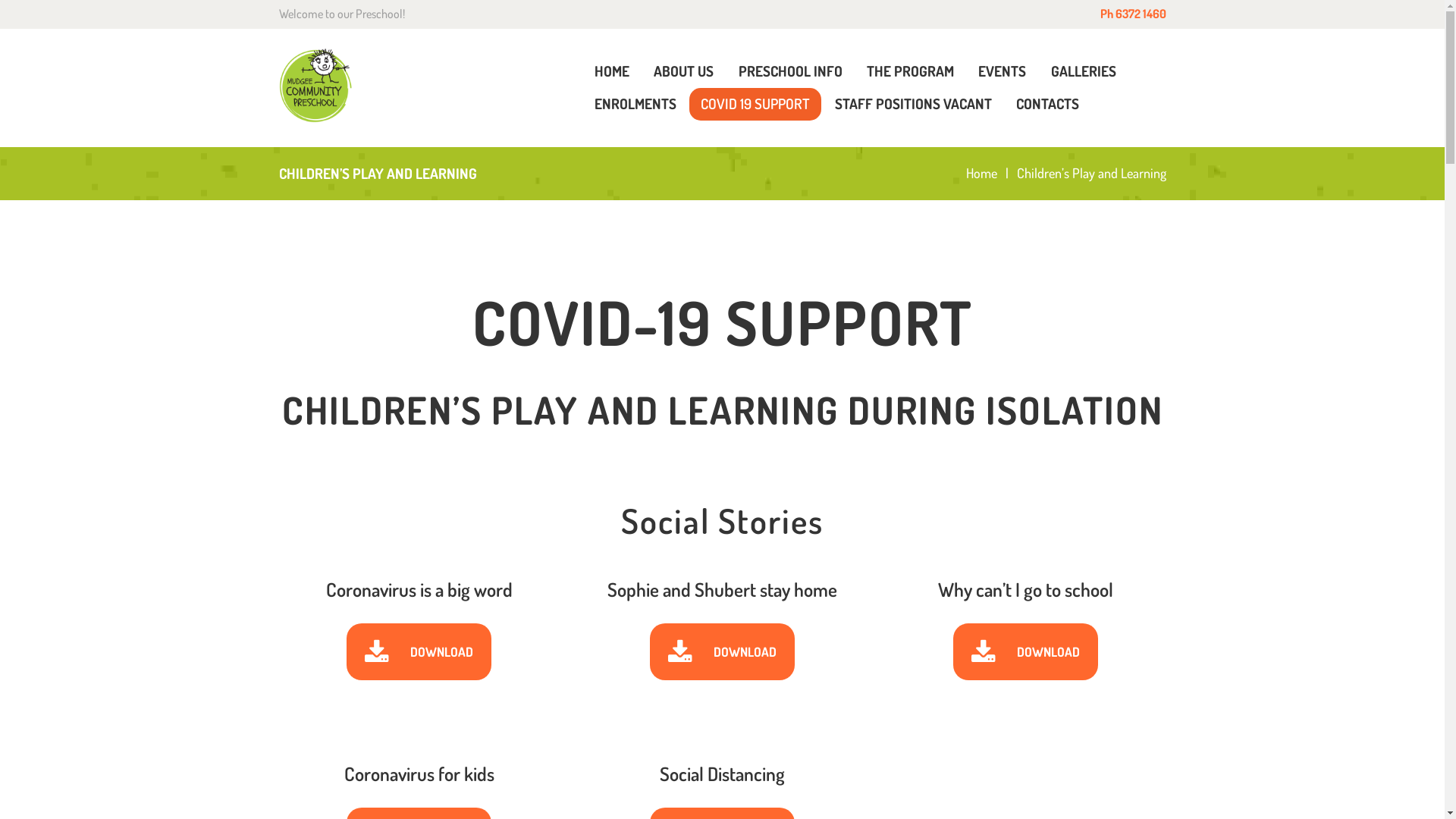 This screenshot has width=1456, height=819. Describe the element at coordinates (582, 71) in the screenshot. I see `'HOME'` at that location.